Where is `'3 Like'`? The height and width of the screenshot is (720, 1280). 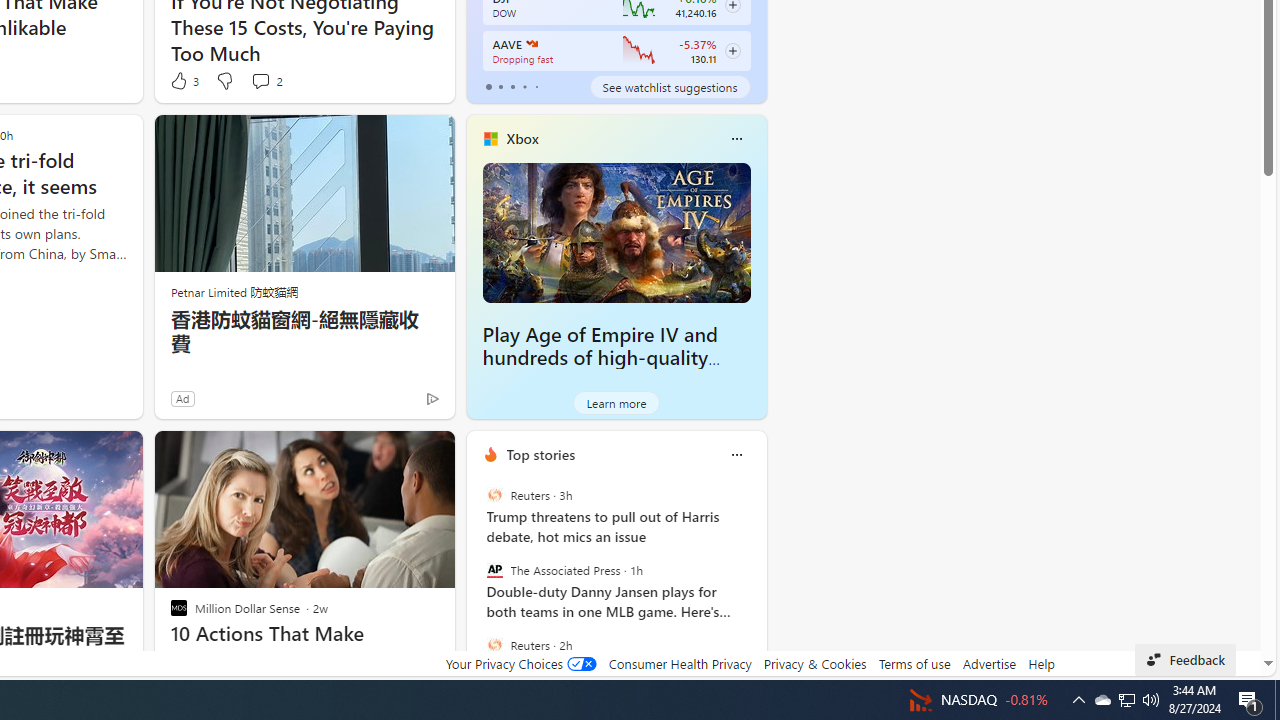 '3 Like' is located at coordinates (183, 80).